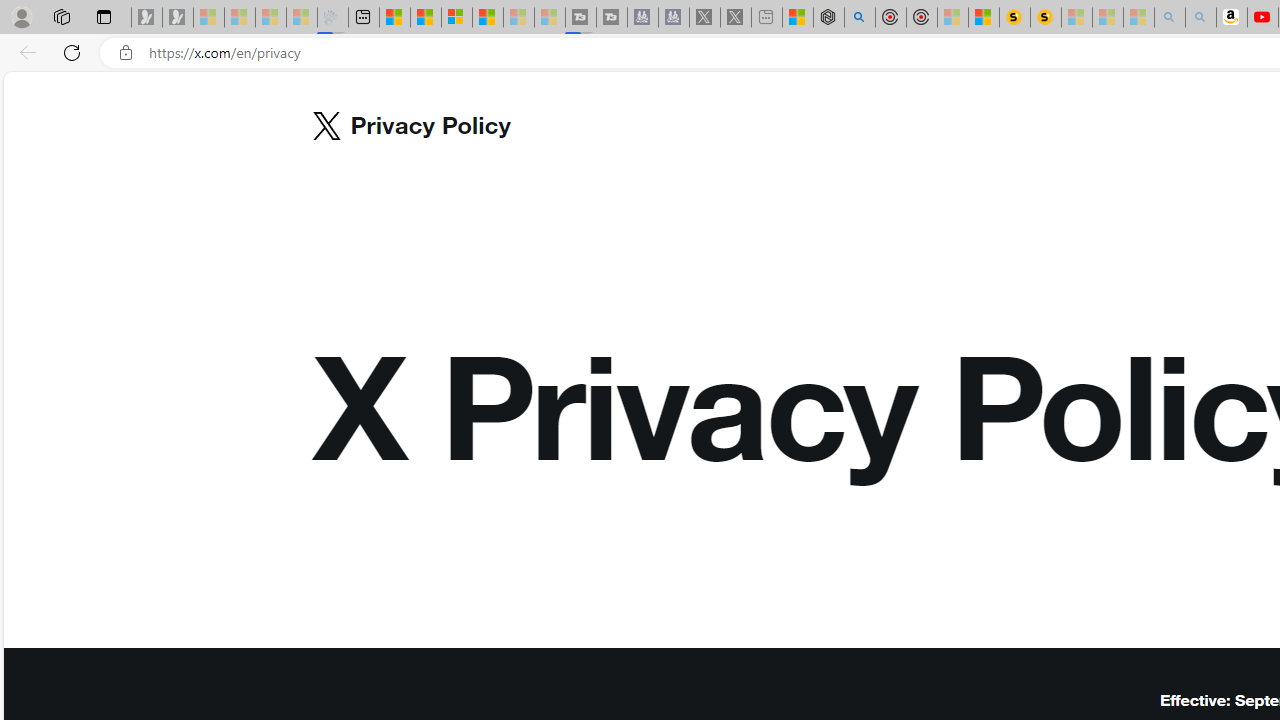  I want to click on 'amazon - Search - Sleeping', so click(1169, 17).